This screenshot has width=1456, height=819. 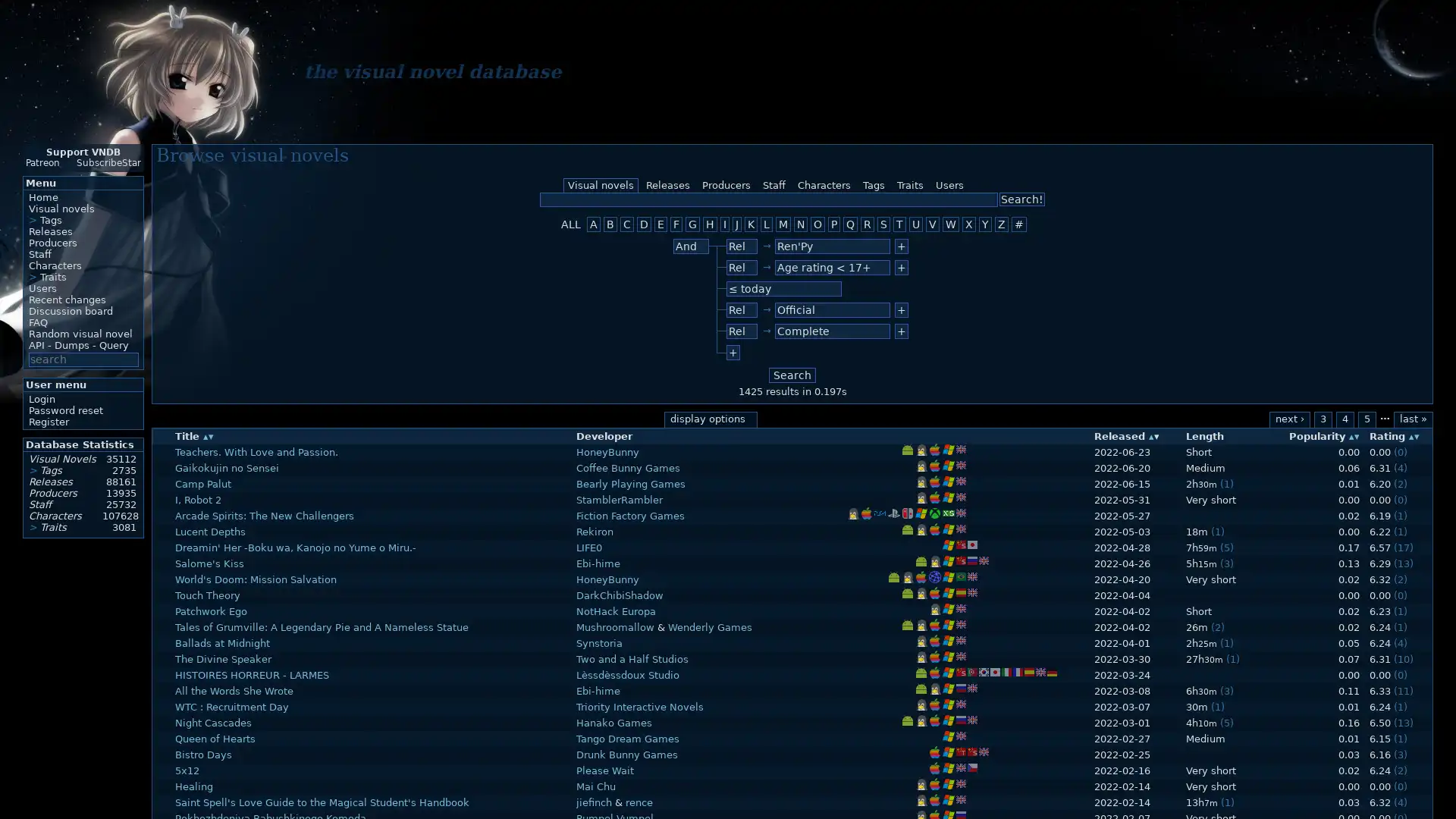 What do you see at coordinates (1019, 224) in the screenshot?
I see `#` at bounding box center [1019, 224].